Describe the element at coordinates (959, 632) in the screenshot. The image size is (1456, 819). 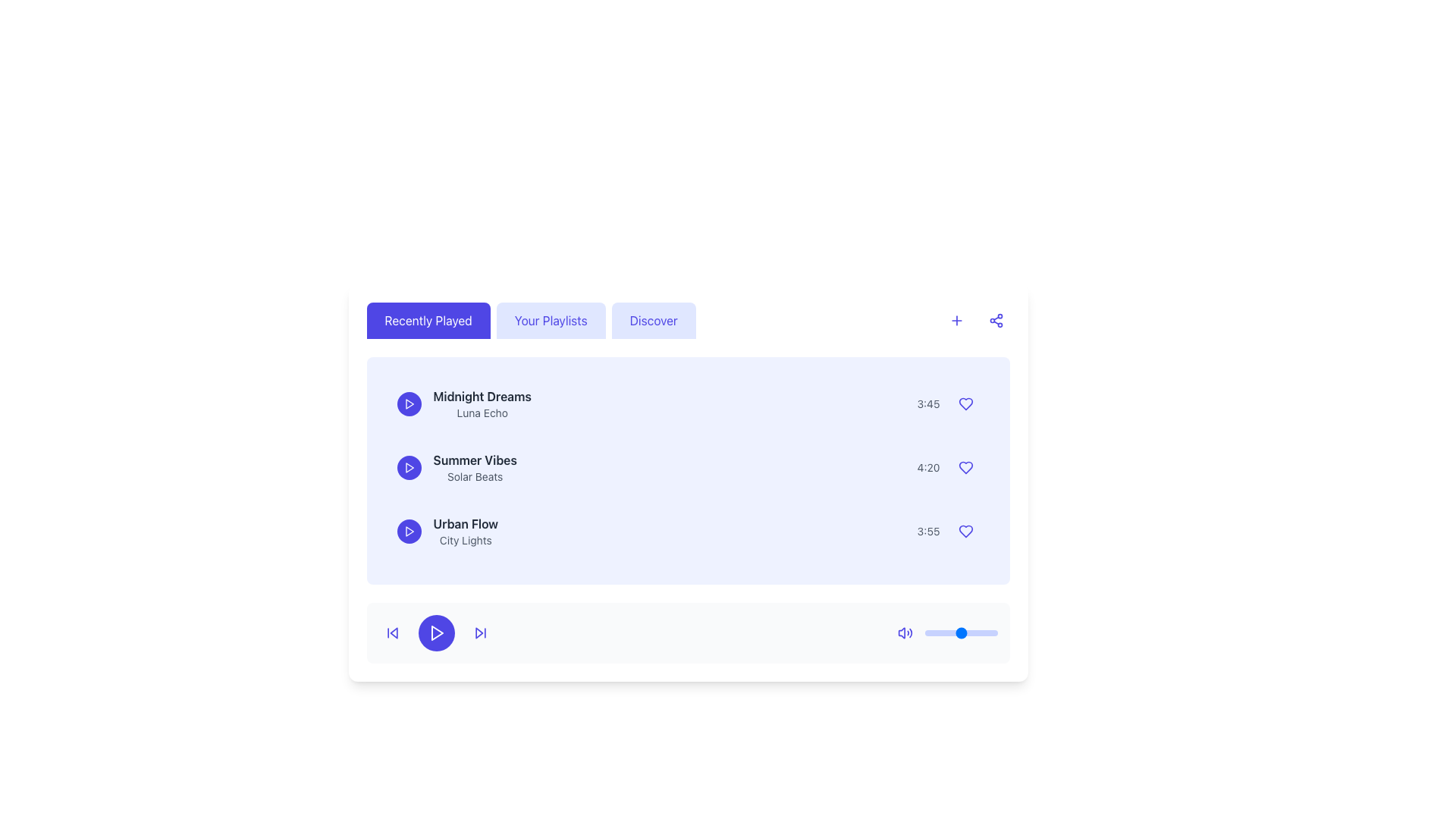
I see `the slider` at that location.